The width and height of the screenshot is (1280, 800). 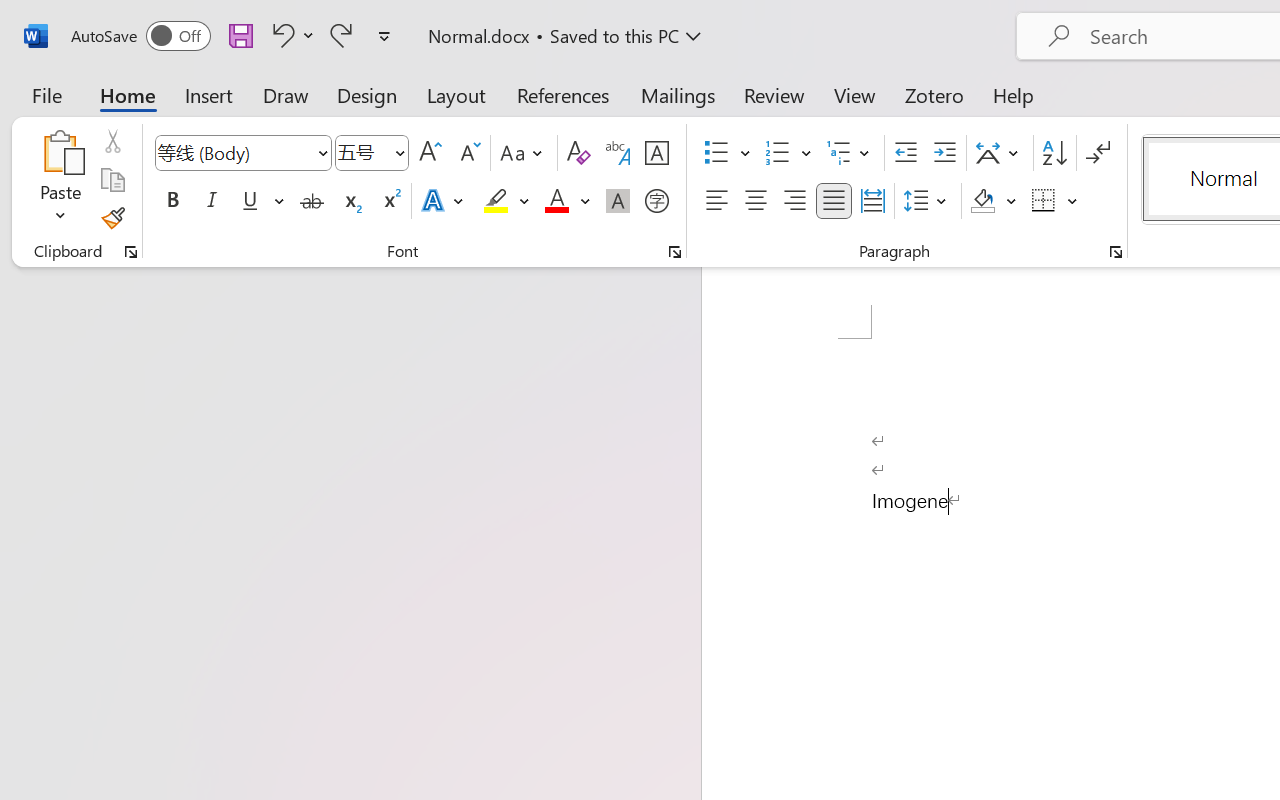 I want to click on 'Shading RGB(0, 0, 0)', so click(x=983, y=201).